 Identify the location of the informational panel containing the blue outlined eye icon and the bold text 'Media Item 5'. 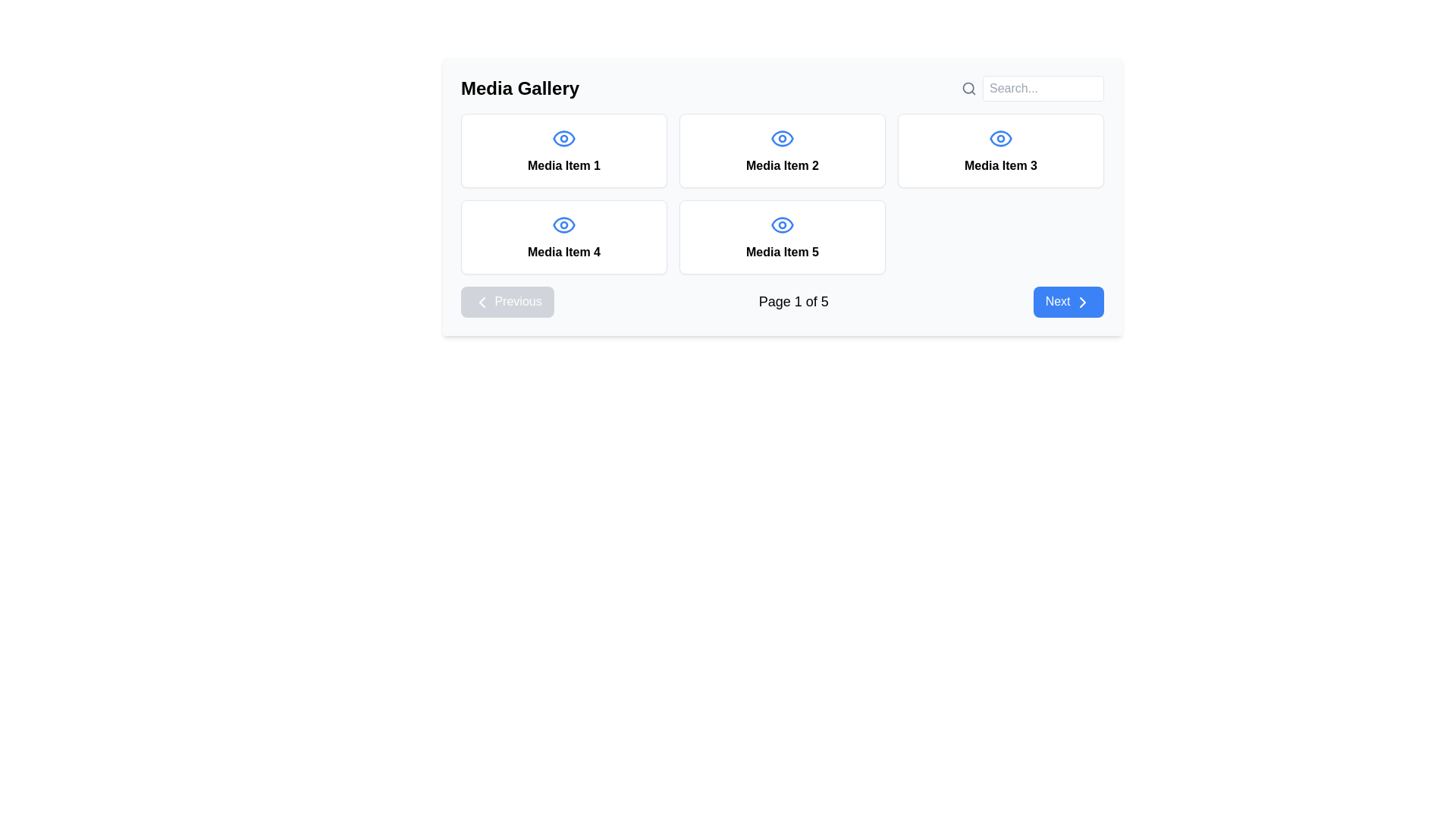
(783, 237).